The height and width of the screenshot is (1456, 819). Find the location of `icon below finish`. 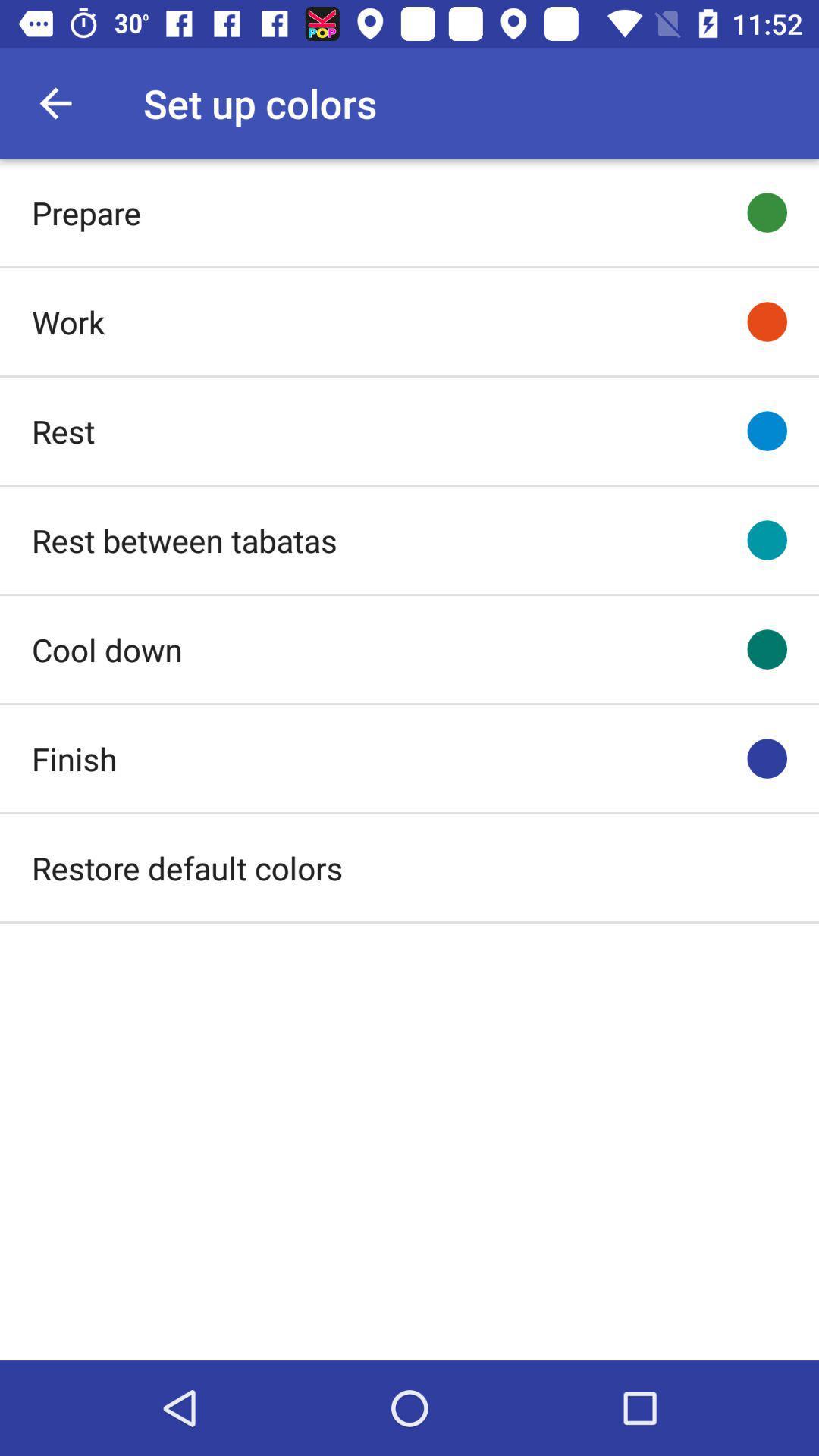

icon below finish is located at coordinates (187, 868).